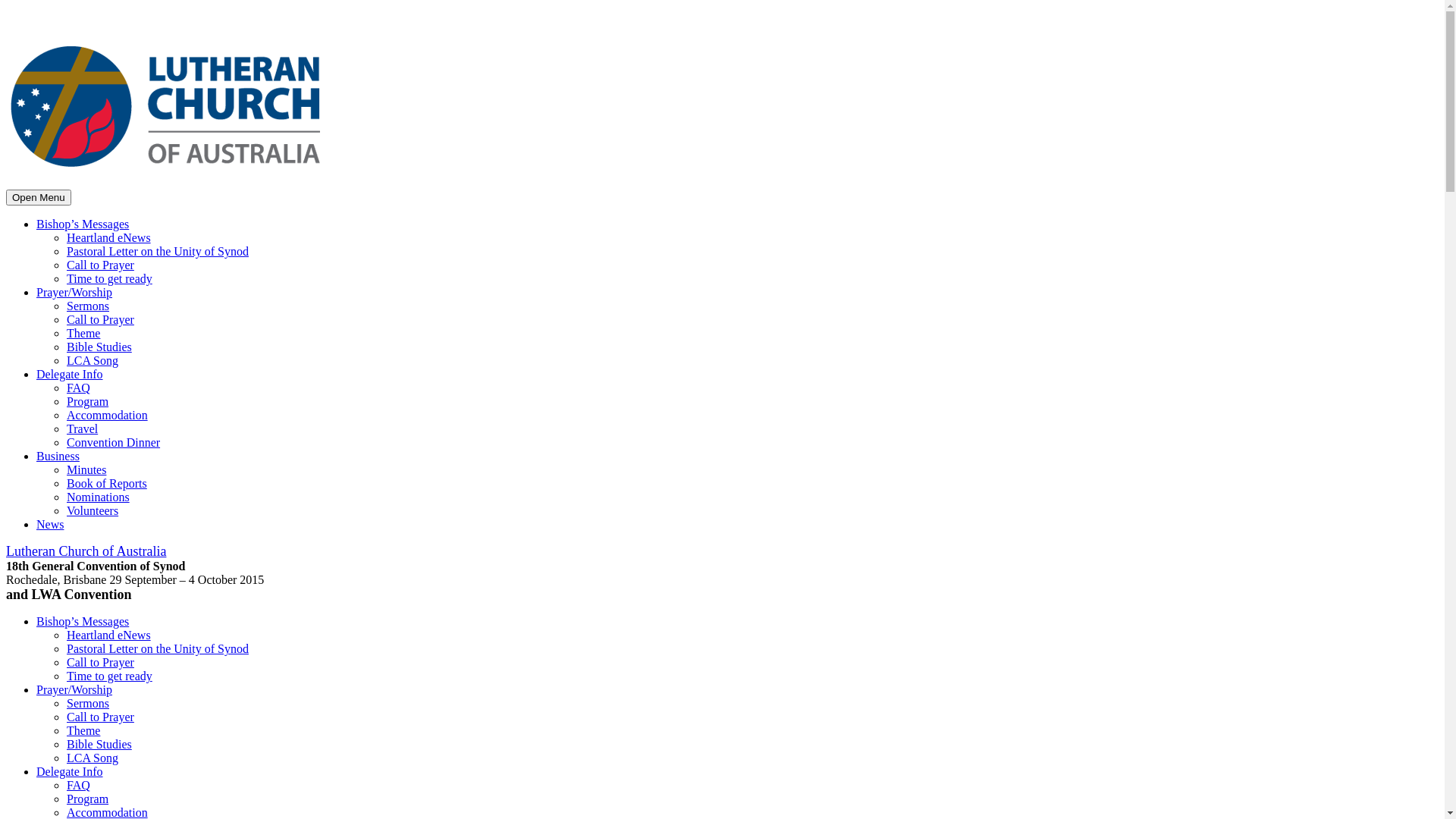 The height and width of the screenshot is (819, 1456). What do you see at coordinates (83, 730) in the screenshot?
I see `'Theme'` at bounding box center [83, 730].